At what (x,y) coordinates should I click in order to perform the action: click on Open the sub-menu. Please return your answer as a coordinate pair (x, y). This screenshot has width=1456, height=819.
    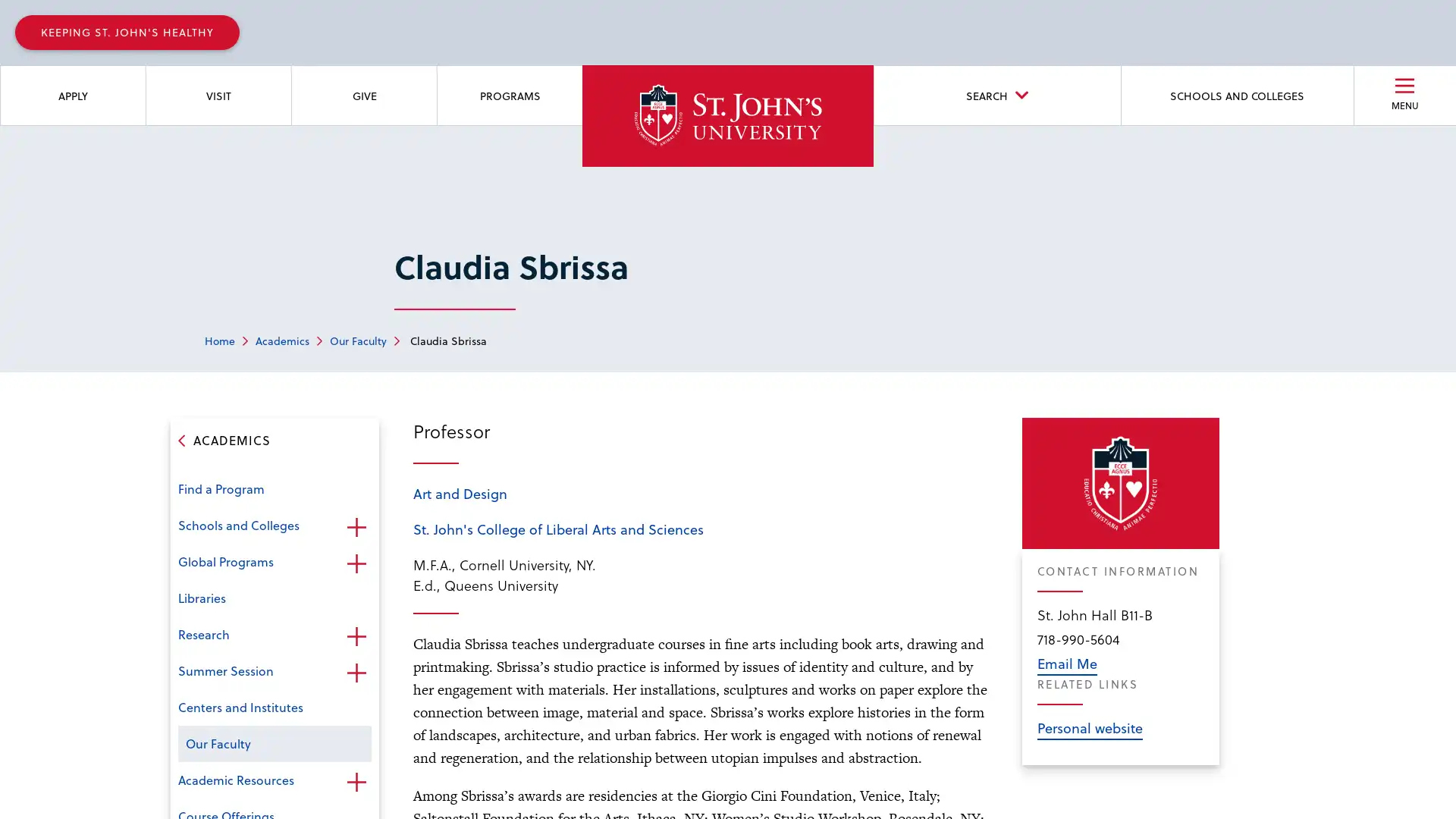
    Looking at the image, I should click on (356, 781).